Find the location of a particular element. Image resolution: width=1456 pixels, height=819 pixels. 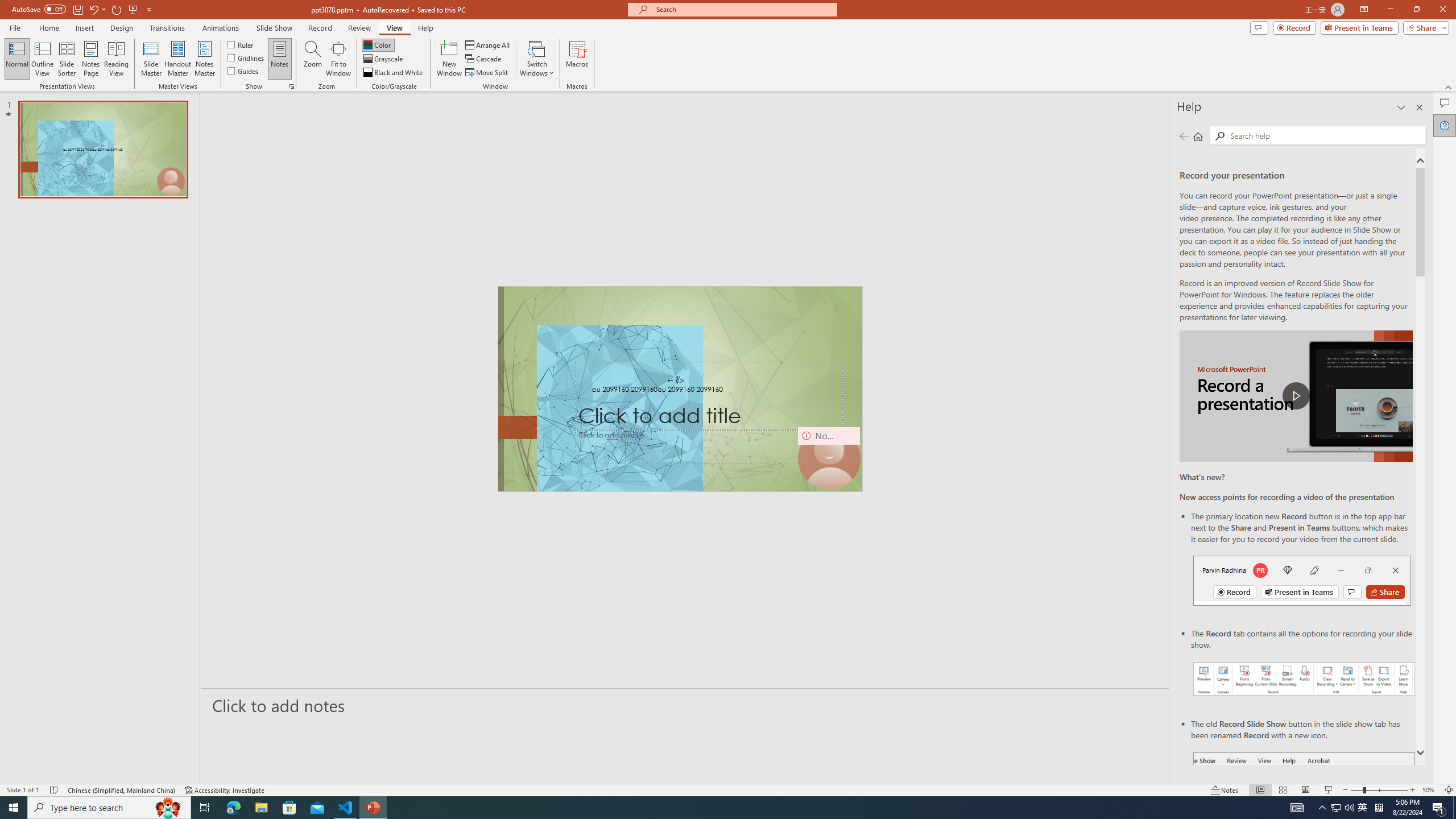

'Notes Page' is located at coordinates (90, 59).